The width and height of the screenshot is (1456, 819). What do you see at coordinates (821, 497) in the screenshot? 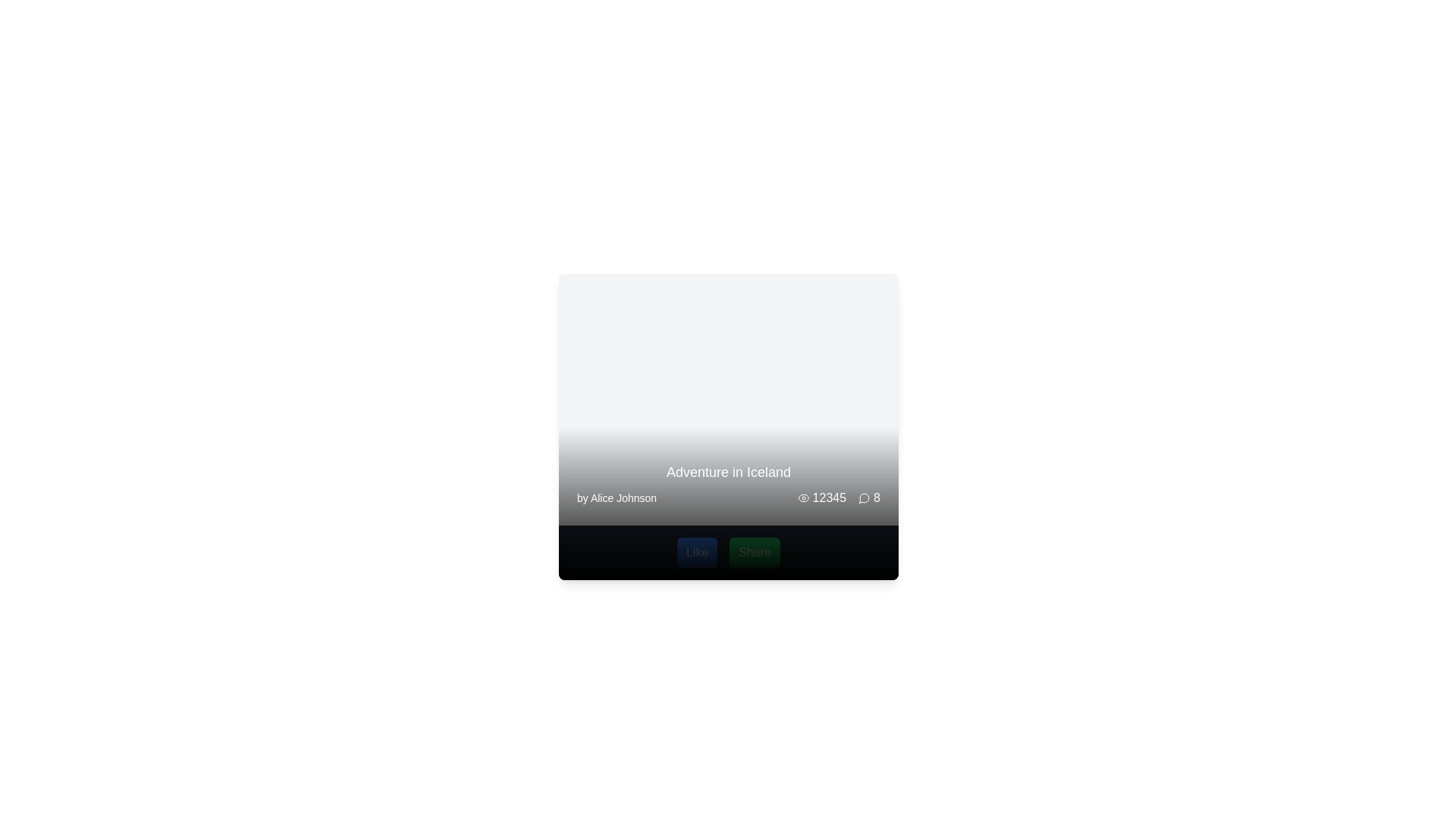
I see `the Information Display element that shows the text '12345' and has an eye-shaped icon to its left` at bounding box center [821, 497].